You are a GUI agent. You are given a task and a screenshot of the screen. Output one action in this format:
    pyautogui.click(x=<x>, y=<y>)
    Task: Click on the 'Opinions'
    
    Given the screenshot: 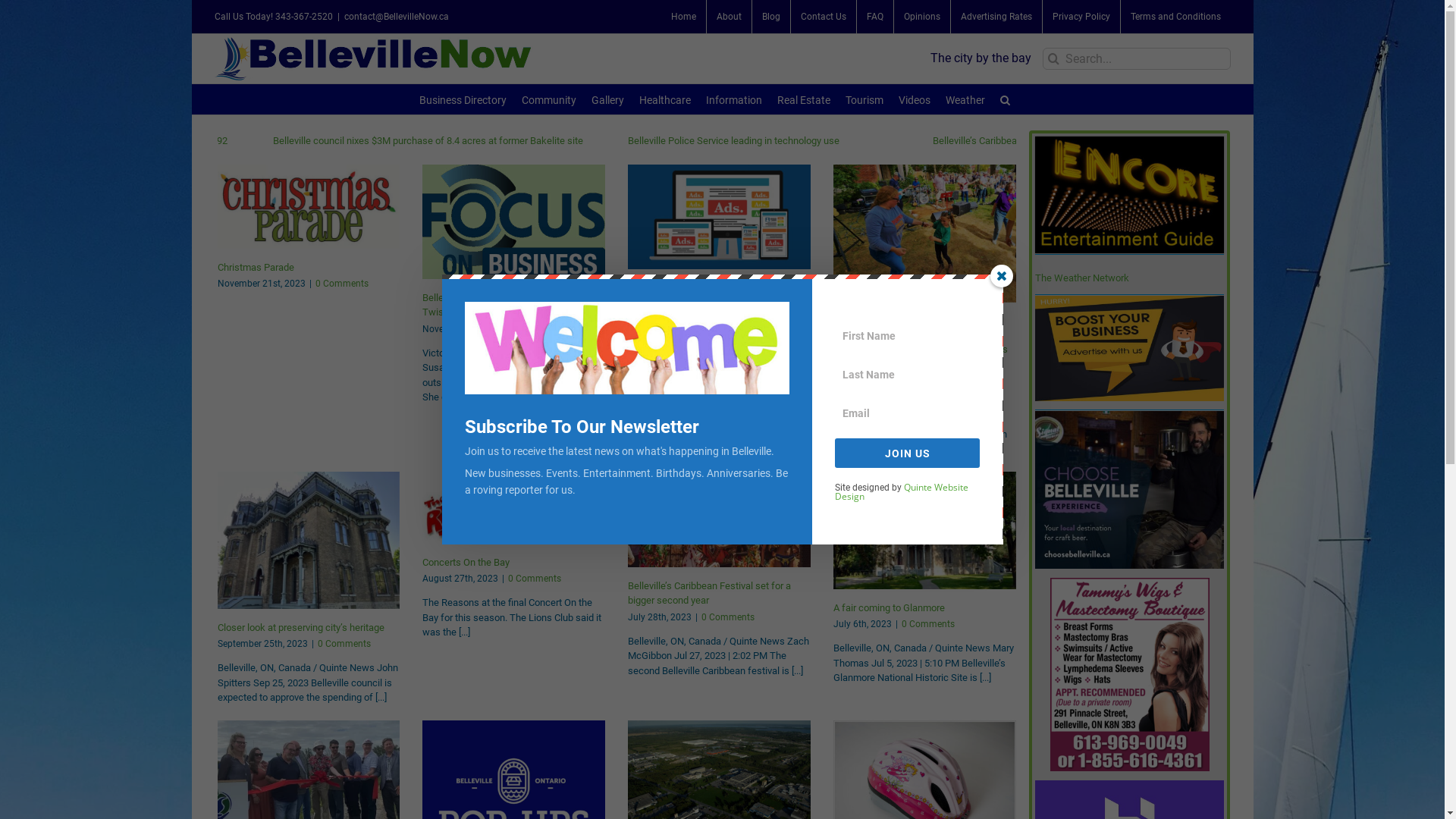 What is the action you would take?
    pyautogui.click(x=920, y=17)
    